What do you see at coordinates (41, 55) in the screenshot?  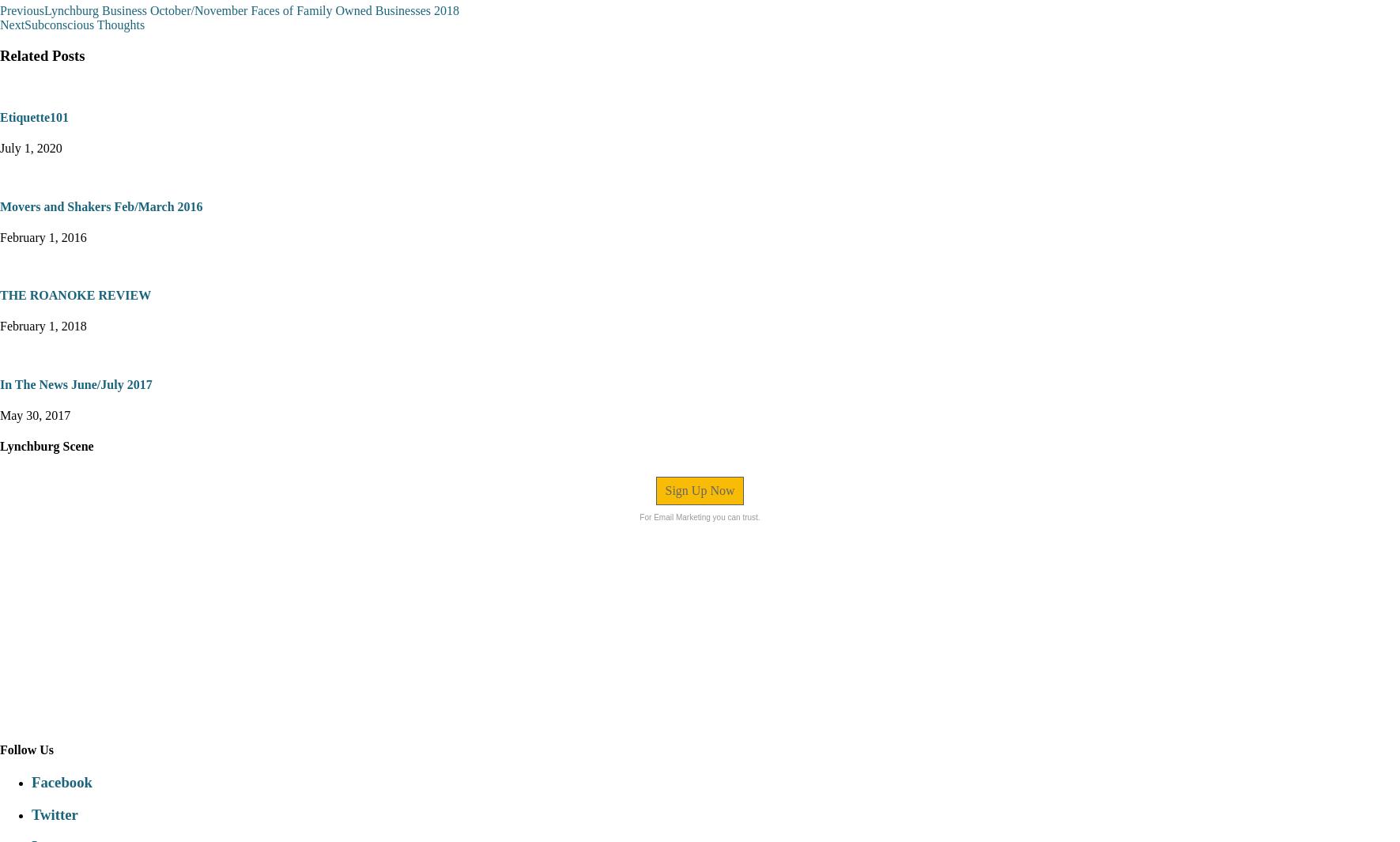 I see `'Related Posts'` at bounding box center [41, 55].